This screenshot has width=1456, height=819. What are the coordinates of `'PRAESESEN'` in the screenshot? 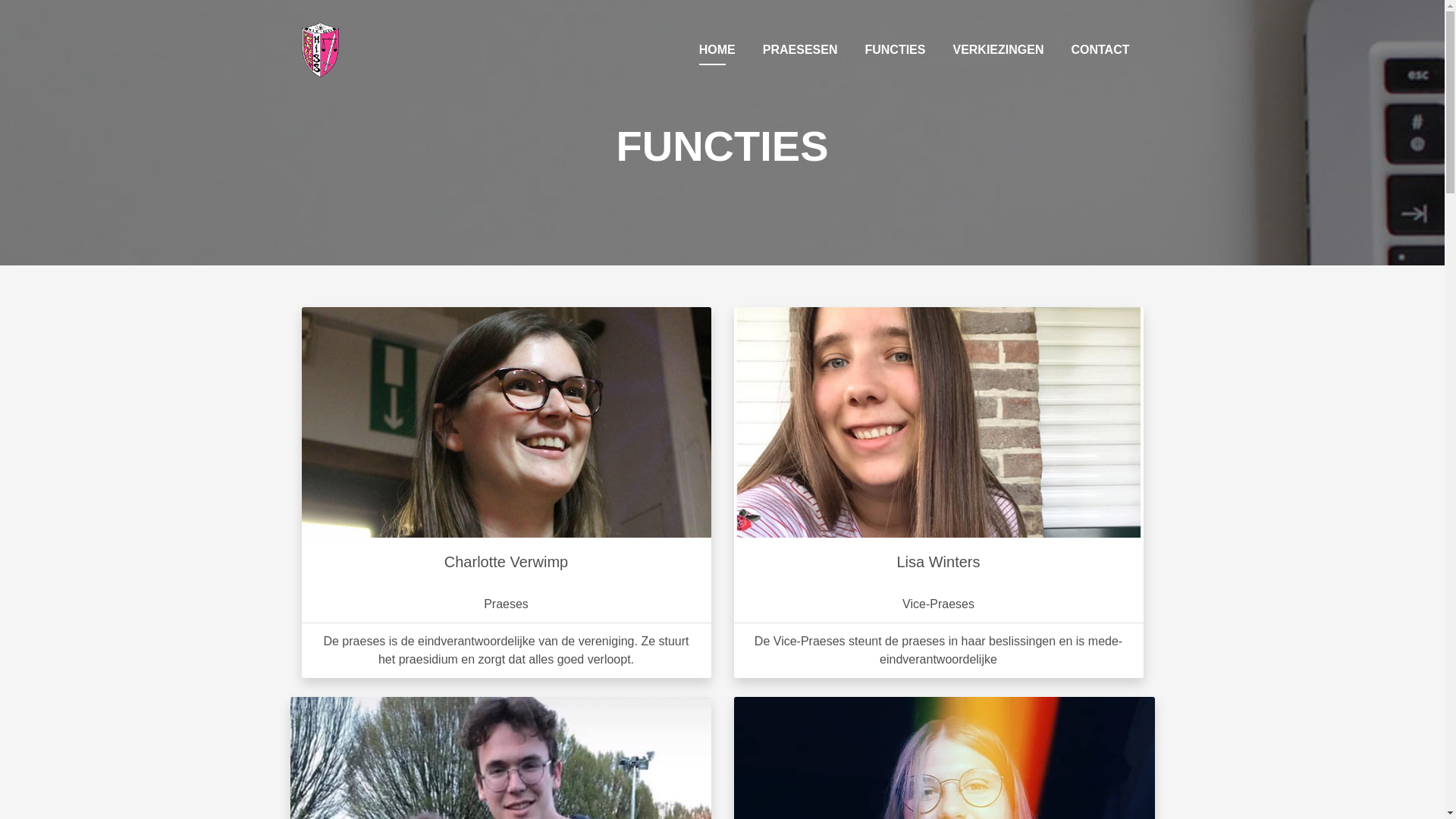 It's located at (799, 49).